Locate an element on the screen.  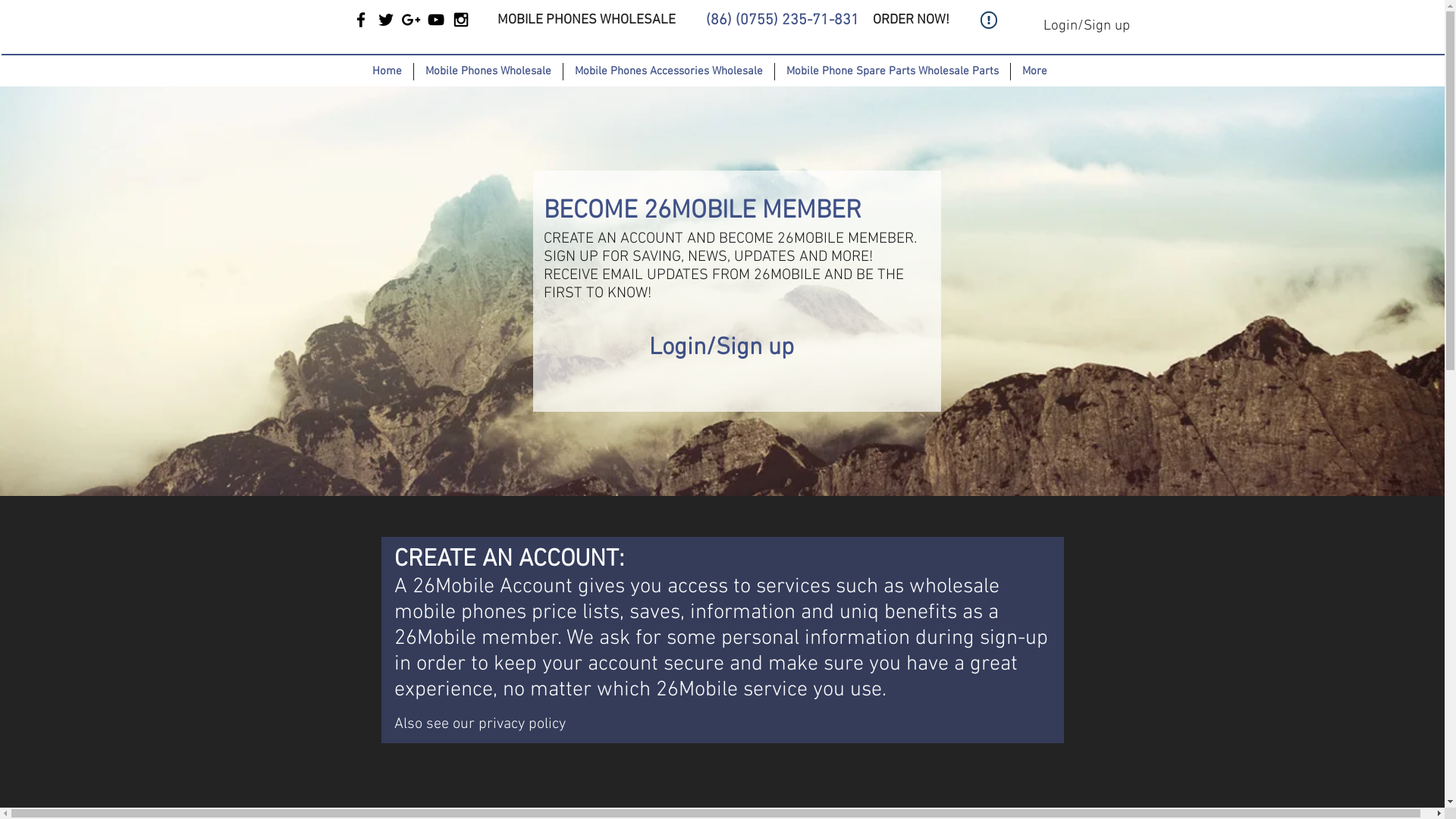
'Home' is located at coordinates (387, 71).